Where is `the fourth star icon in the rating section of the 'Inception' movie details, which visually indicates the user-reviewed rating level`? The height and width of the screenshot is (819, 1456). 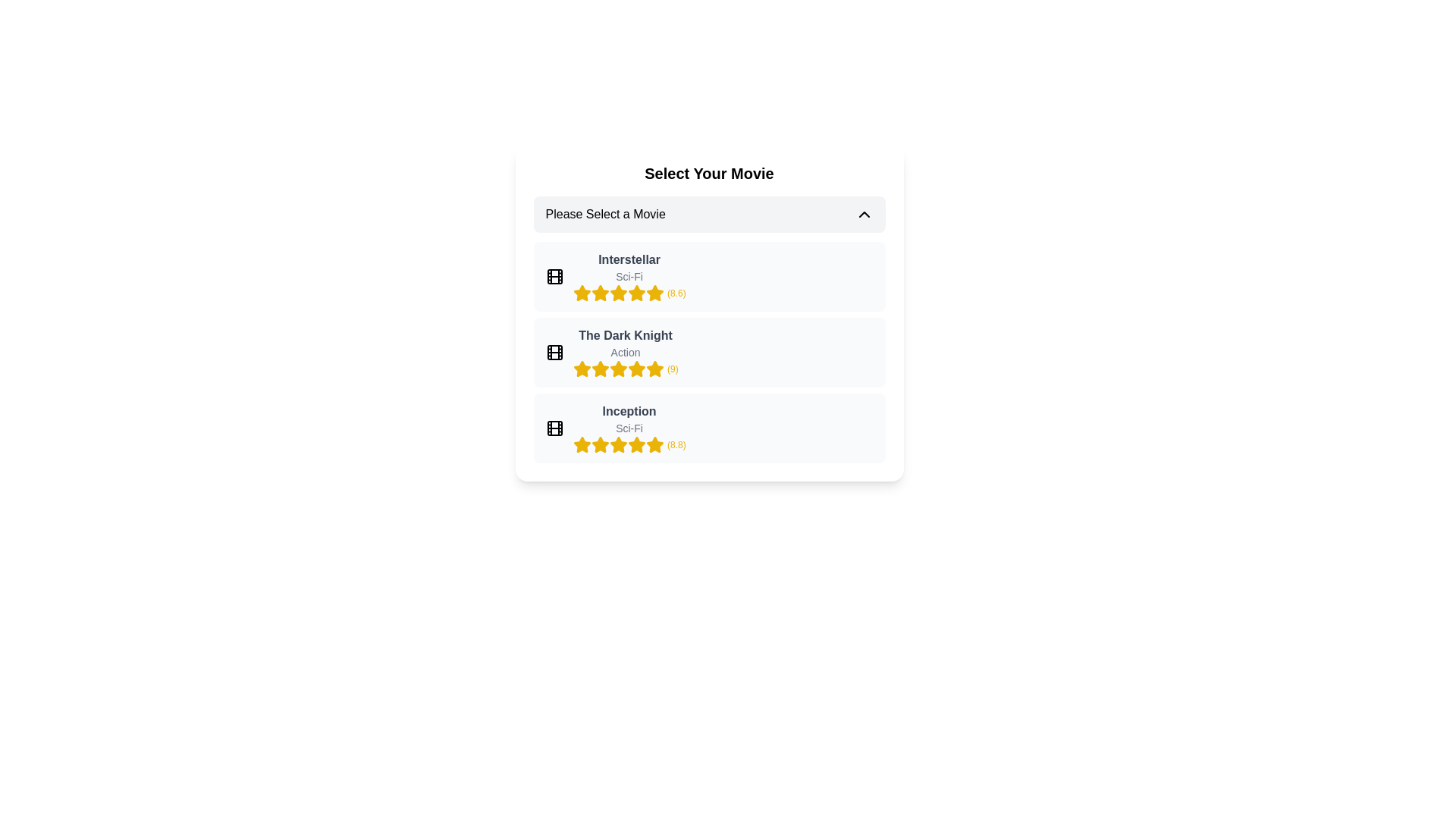
the fourth star icon in the rating section of the 'Inception' movie details, which visually indicates the user-reviewed rating level is located at coordinates (618, 444).